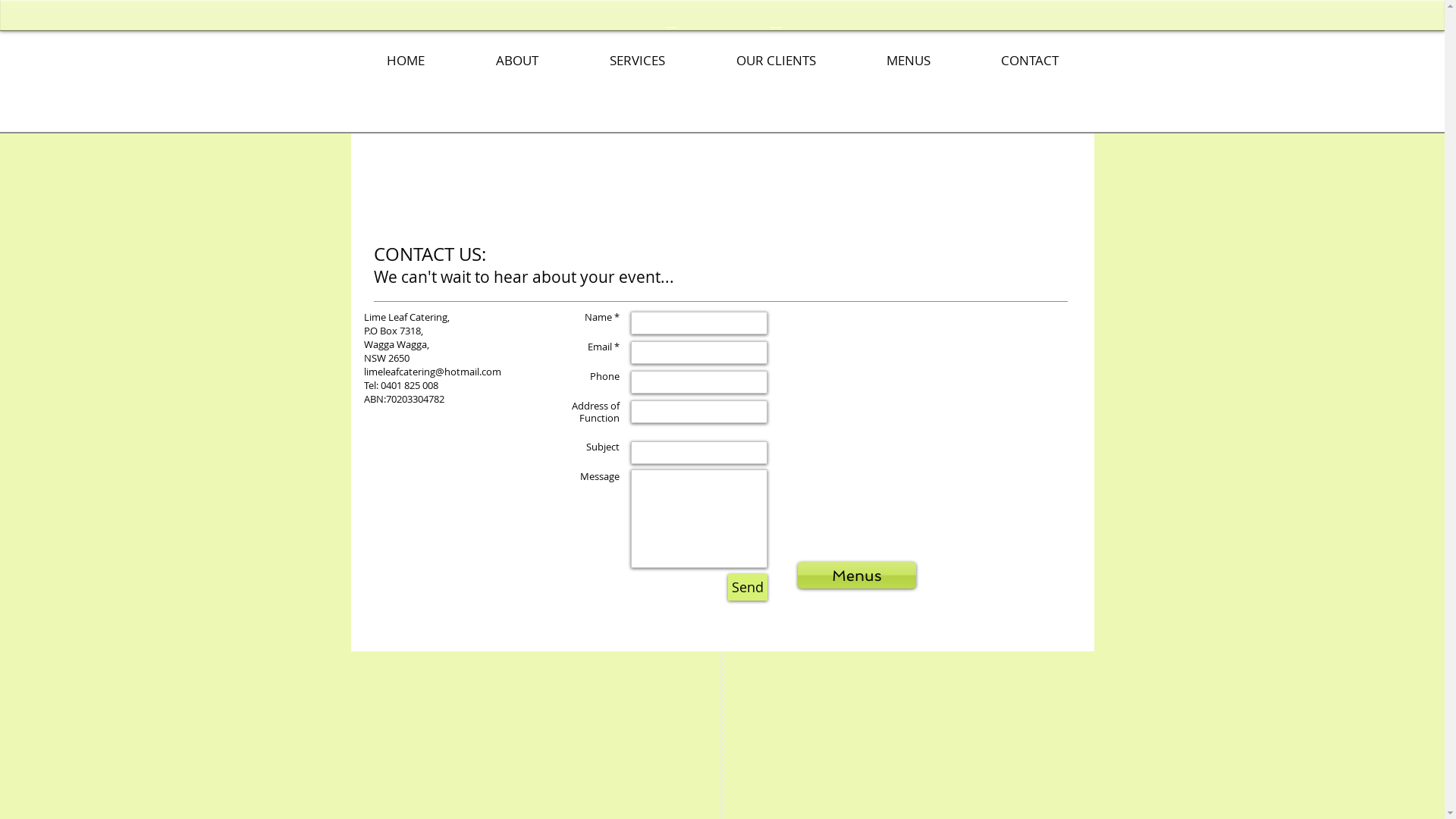  Describe the element at coordinates (636, 60) in the screenshot. I see `'SERVICES'` at that location.